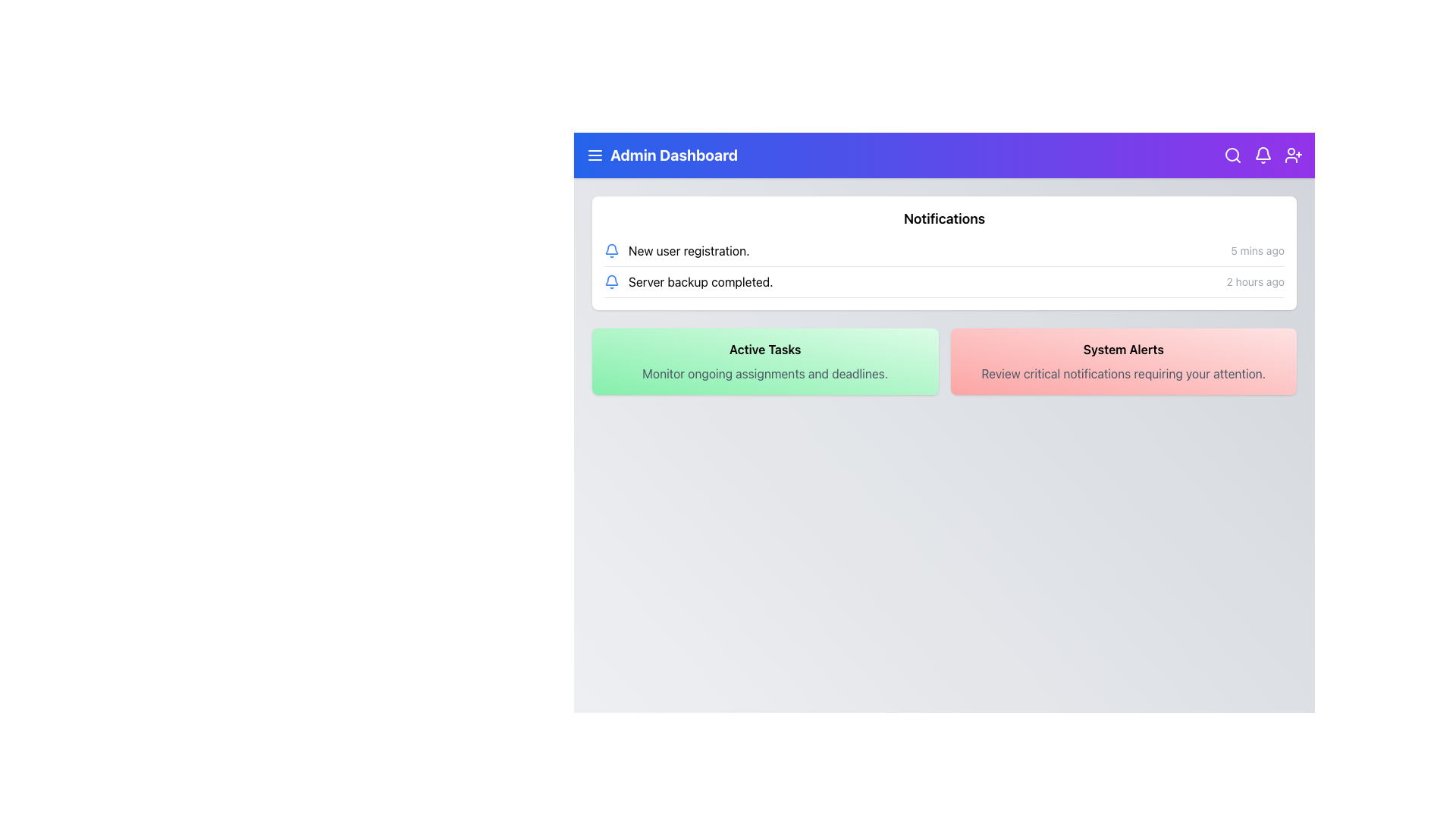  I want to click on the 'Notifications' text label, which is styled in bold and serves as the heading within a white card that displays notifications, so click(943, 219).